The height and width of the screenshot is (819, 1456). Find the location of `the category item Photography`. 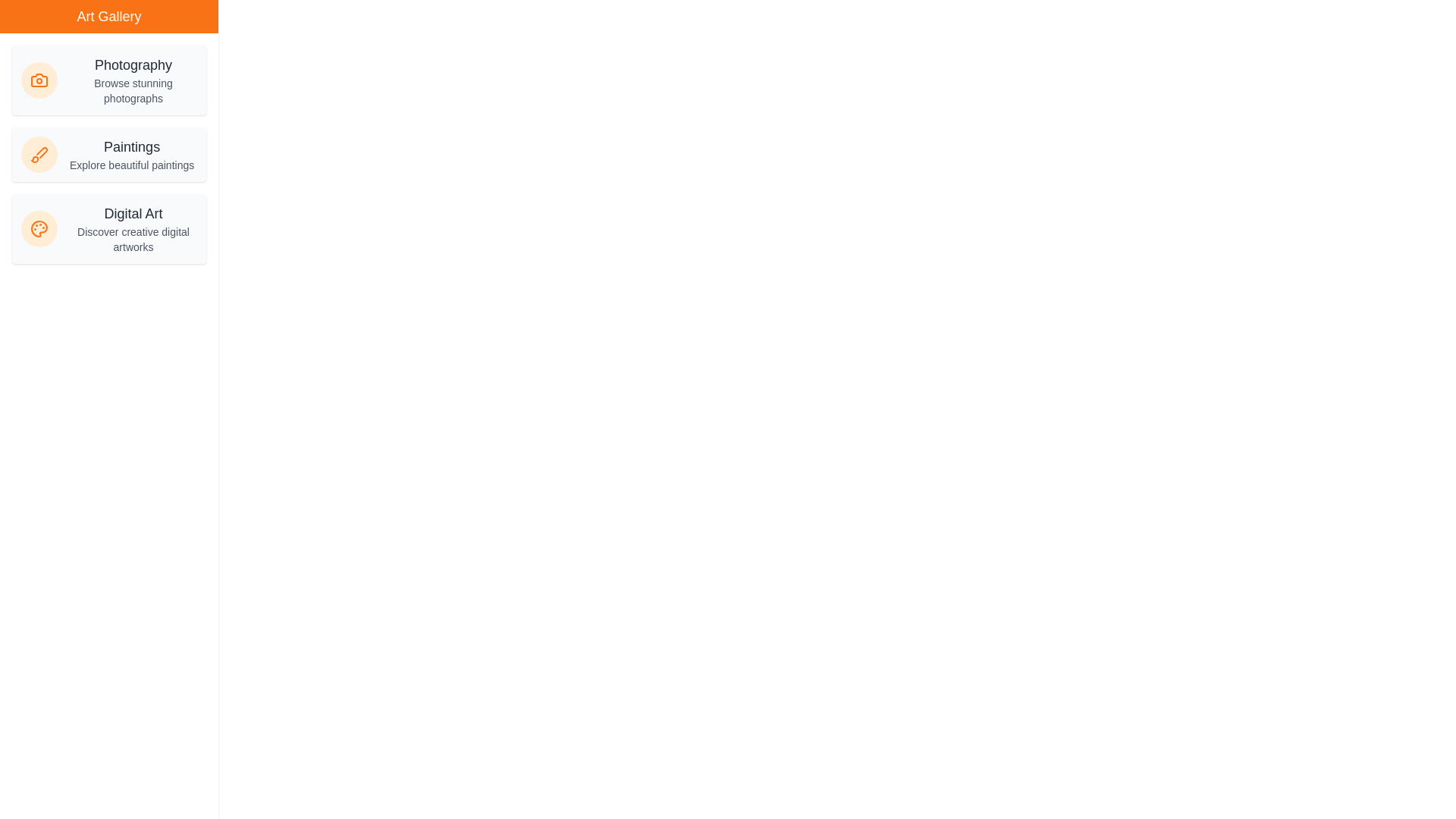

the category item Photography is located at coordinates (108, 80).